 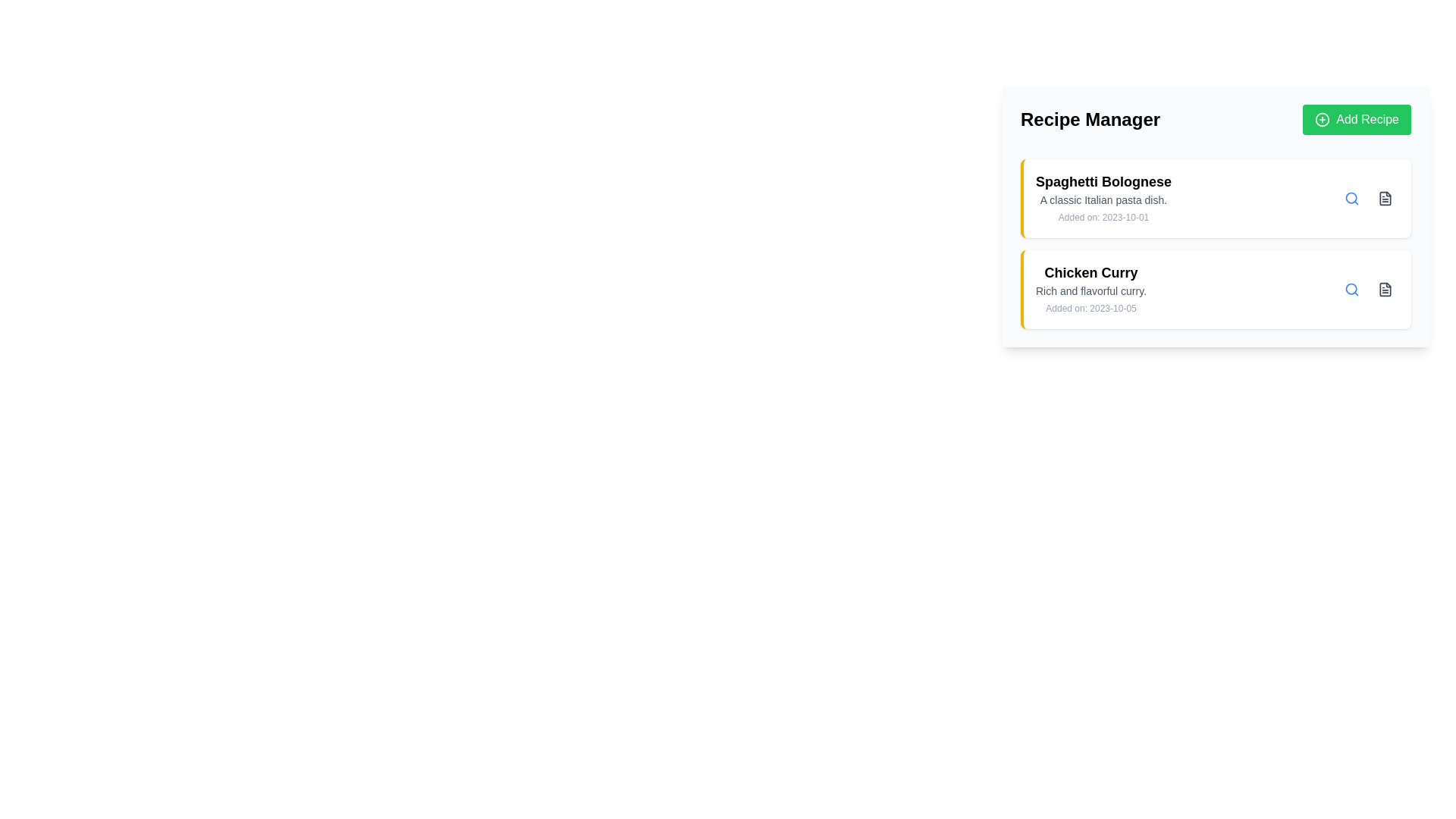 What do you see at coordinates (1103, 198) in the screenshot?
I see `information presented in the text block titled 'Spaghetti Bolognese', which includes a description and a timestamp, located in the upper part of the recipe list` at bounding box center [1103, 198].